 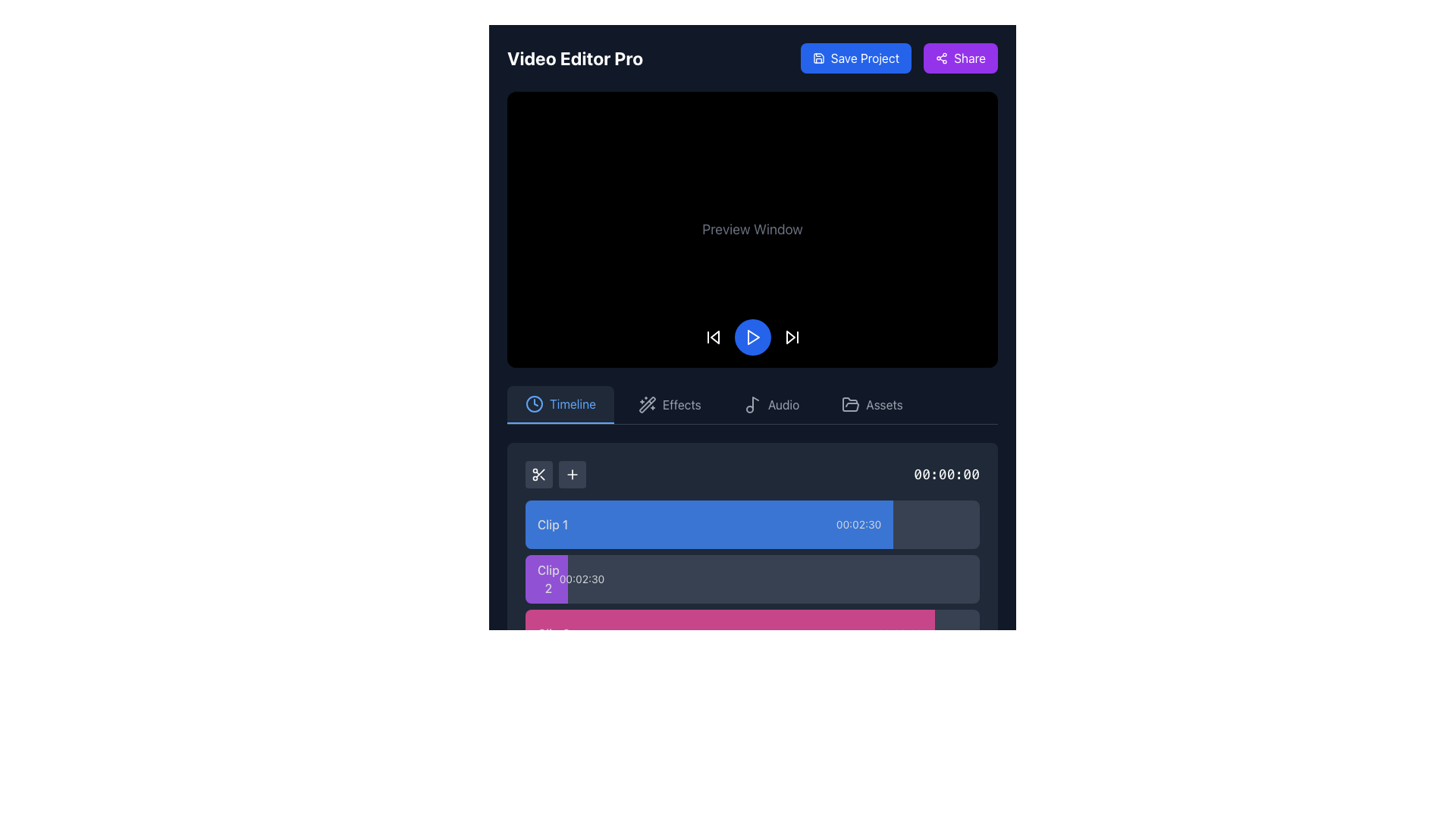 I want to click on the play button located at the horizontal center of the toolbar below the preview window, the second button in sequence between the skip forward and skip backward buttons to play the video, so click(x=752, y=336).